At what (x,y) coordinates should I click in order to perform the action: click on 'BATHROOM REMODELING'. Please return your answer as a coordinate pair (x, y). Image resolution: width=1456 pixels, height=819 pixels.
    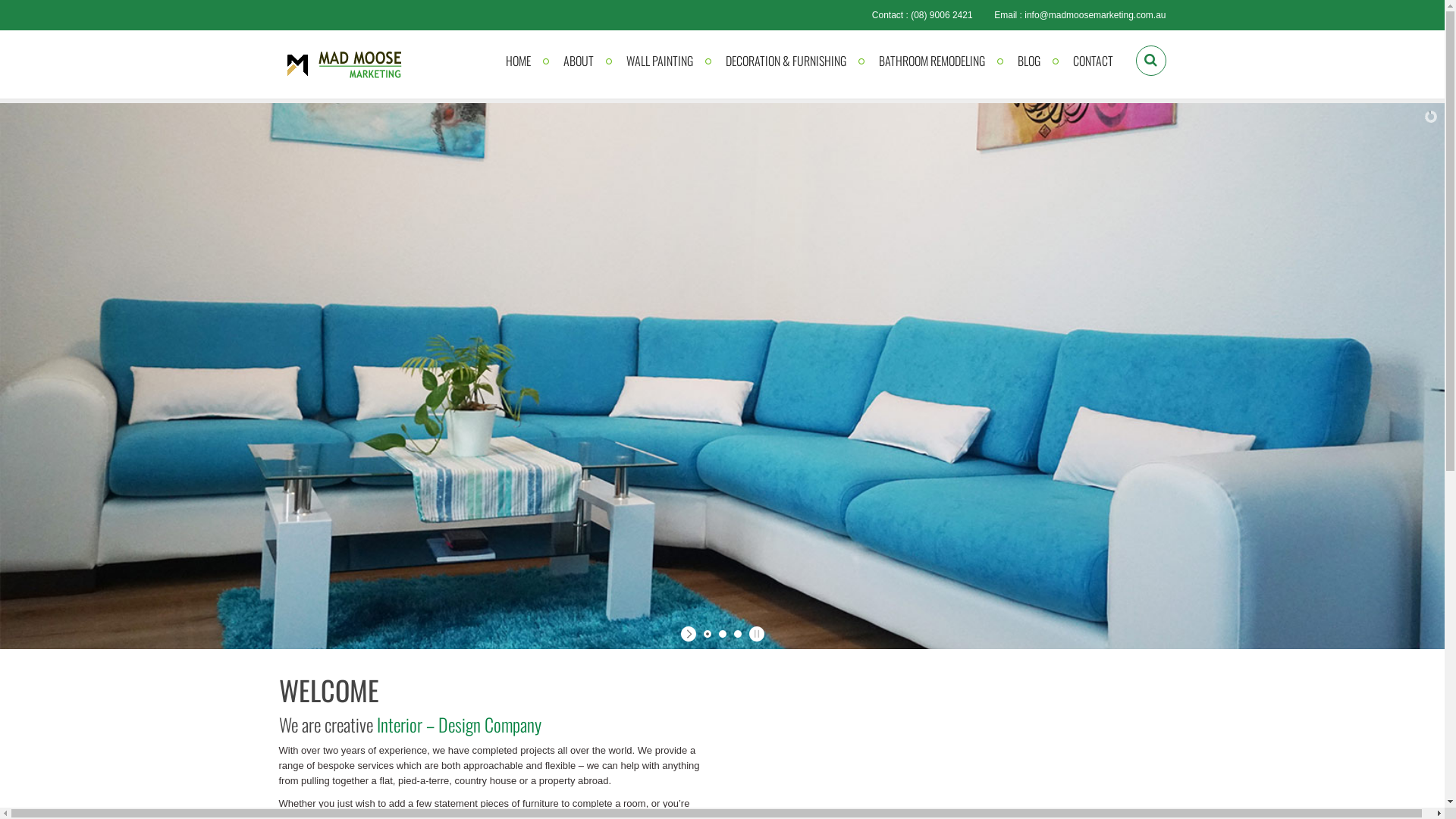
    Looking at the image, I should click on (930, 60).